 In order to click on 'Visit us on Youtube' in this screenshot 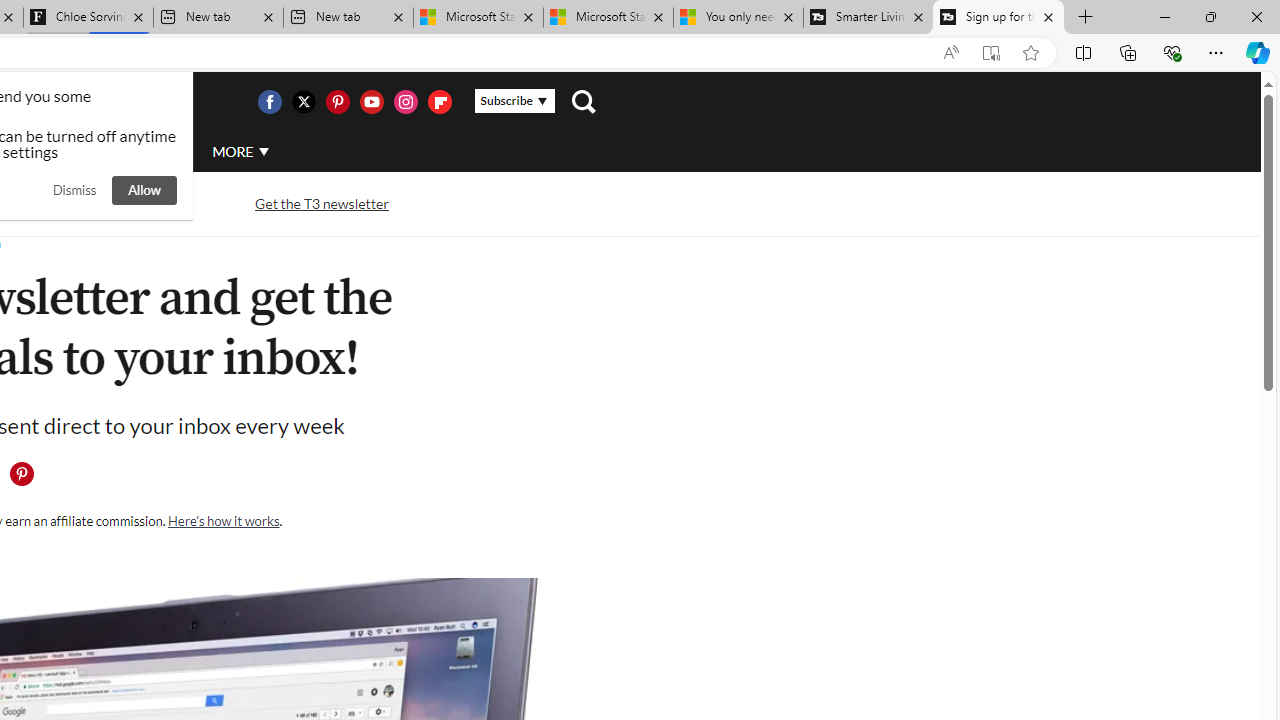, I will do `click(371, 101)`.